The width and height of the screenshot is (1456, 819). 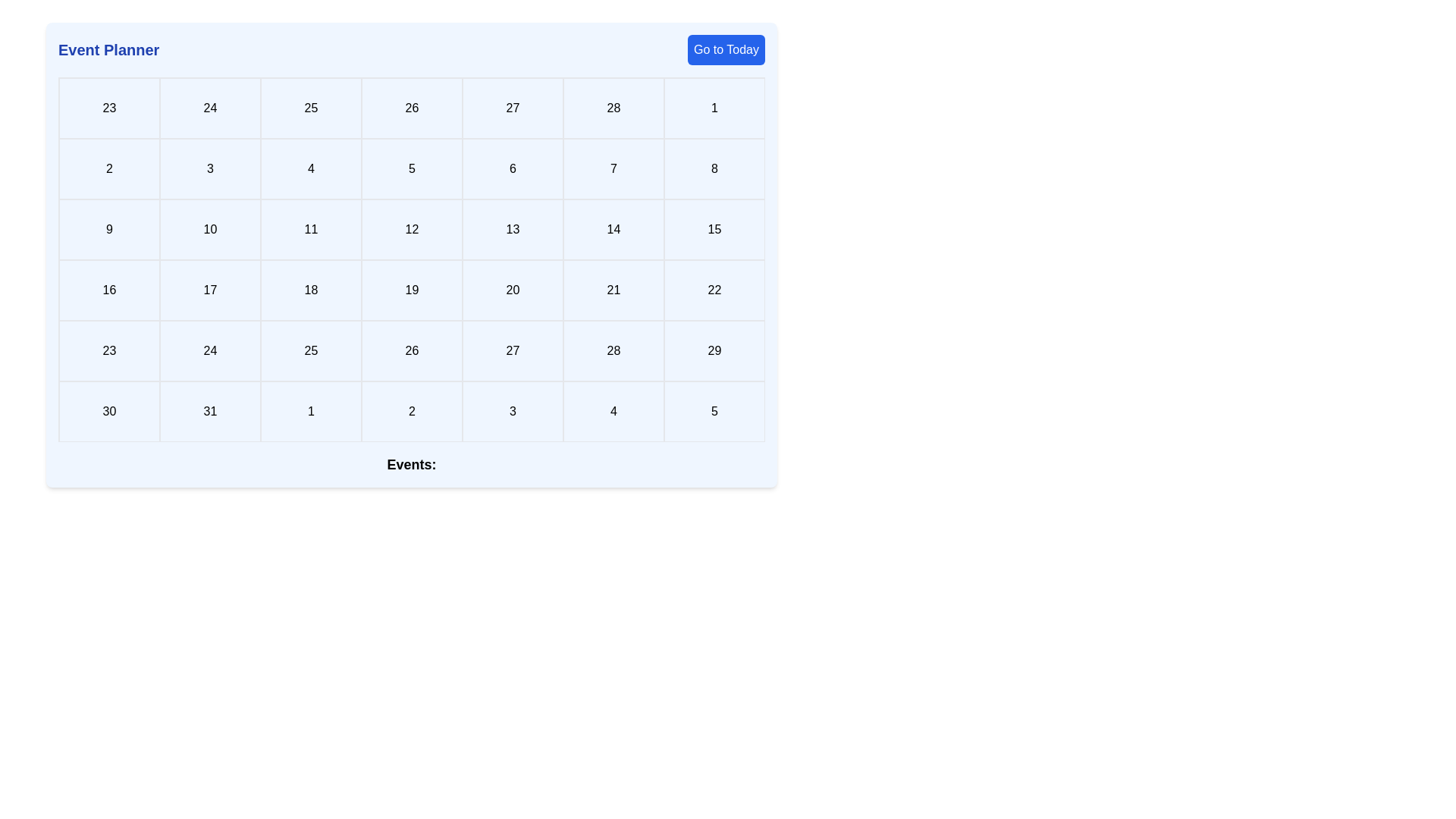 I want to click on the calendar cell containing the text '7', which is located in the second row and seventh column of the calendar grid, so click(x=613, y=169).